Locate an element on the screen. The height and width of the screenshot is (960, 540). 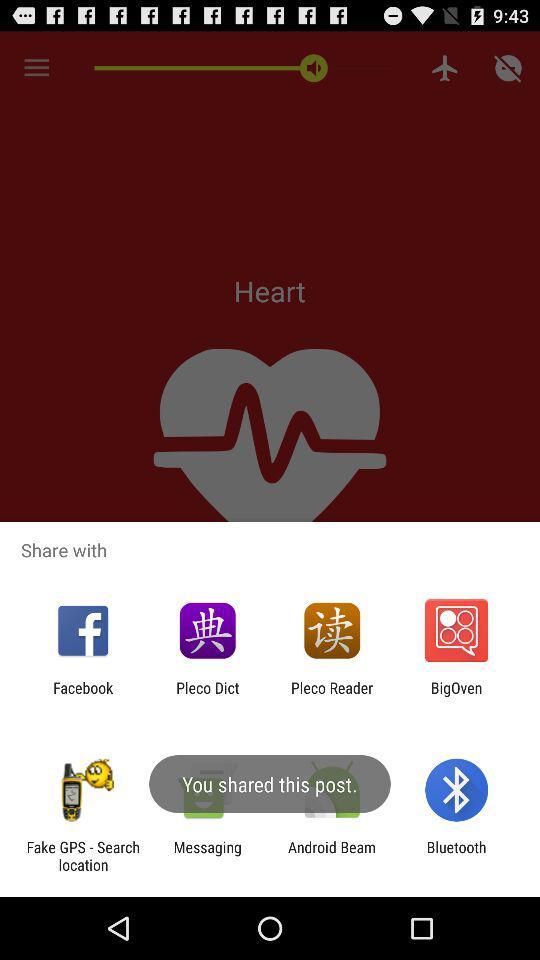
app to the left of android beam item is located at coordinates (206, 855).